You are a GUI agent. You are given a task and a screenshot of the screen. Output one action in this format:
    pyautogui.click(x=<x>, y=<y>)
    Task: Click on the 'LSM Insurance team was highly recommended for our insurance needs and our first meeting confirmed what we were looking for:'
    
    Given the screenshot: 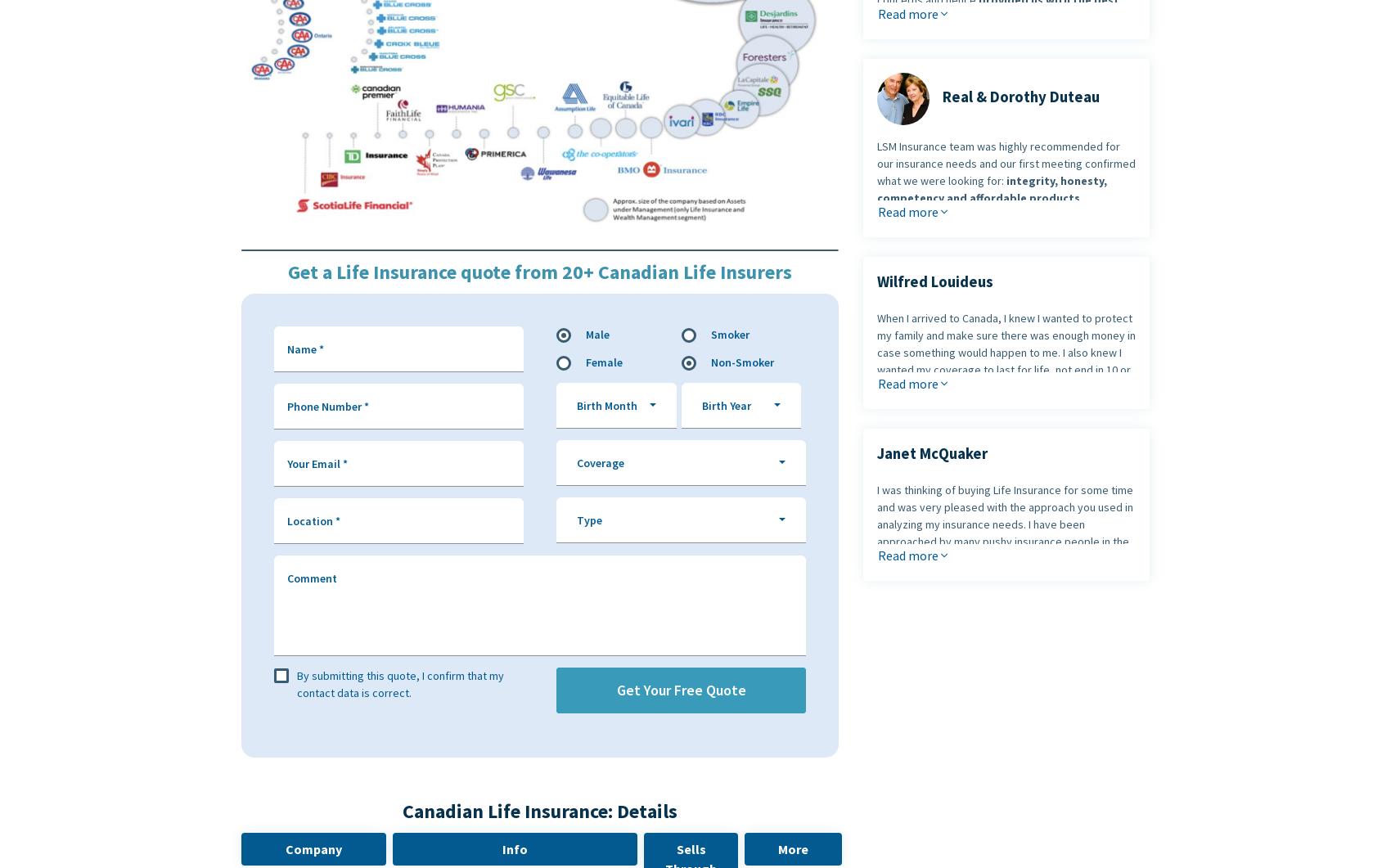 What is the action you would take?
    pyautogui.click(x=877, y=162)
    